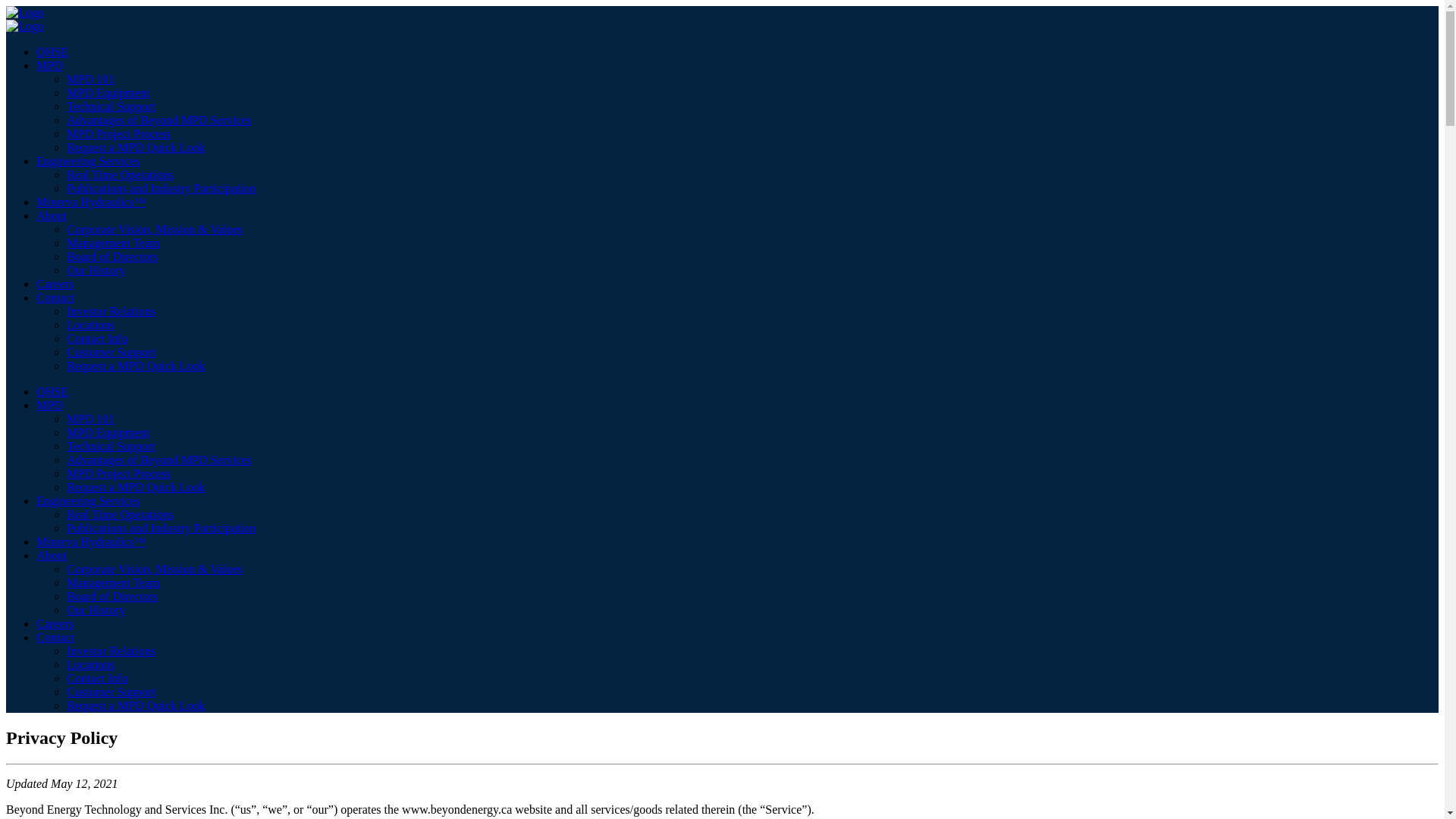  What do you see at coordinates (119, 513) in the screenshot?
I see `'Real Time Operations'` at bounding box center [119, 513].